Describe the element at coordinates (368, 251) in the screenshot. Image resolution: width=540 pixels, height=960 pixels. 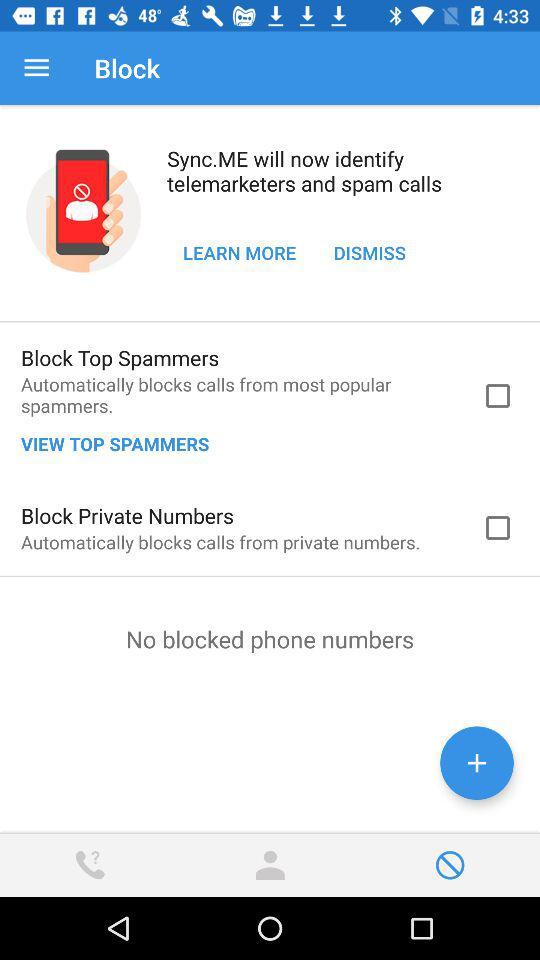
I see `the item to the right of learn more item` at that location.